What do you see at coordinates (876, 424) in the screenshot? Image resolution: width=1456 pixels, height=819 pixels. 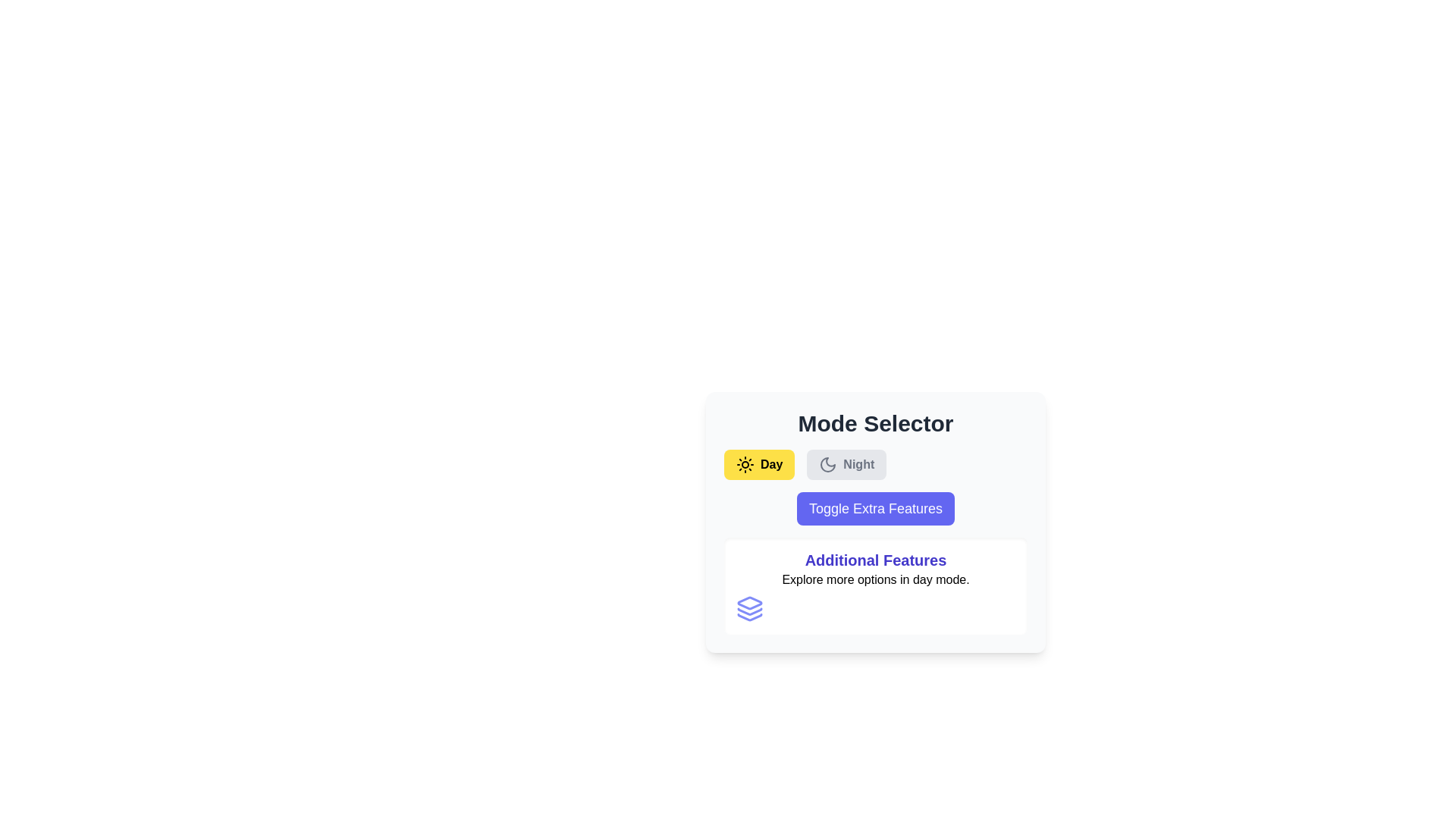 I see `the 'Mode Selector' text label, which is styled in a large bold font with a dark gray color and is located at the top of the component within a light gray box` at bounding box center [876, 424].